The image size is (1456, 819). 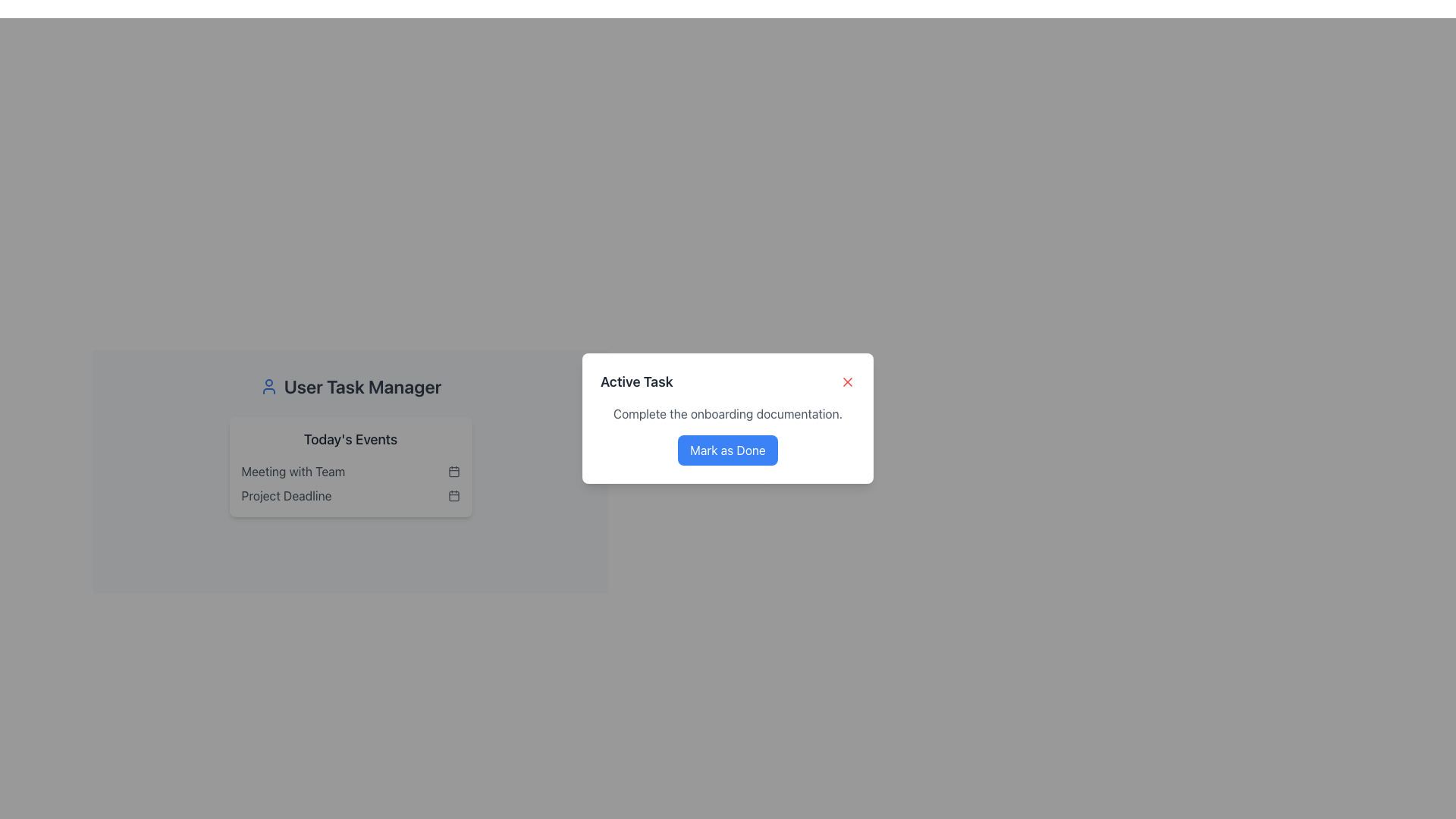 What do you see at coordinates (728, 418) in the screenshot?
I see `task description text 'Complete the onboarding documentation.' from the modal dialog titled 'Active Task', which is displayed centrally in the interface` at bounding box center [728, 418].